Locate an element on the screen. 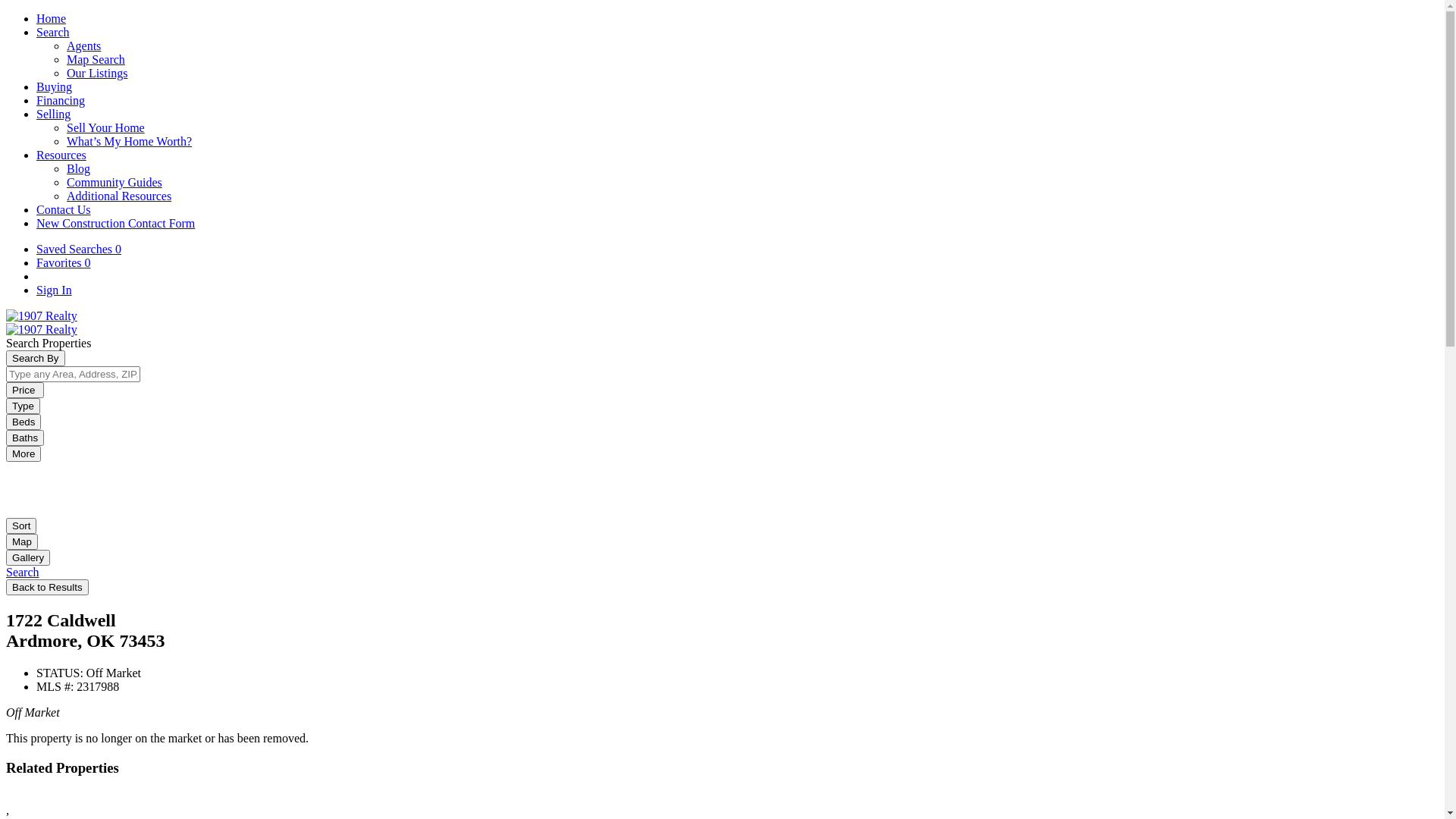  'Search By' is located at coordinates (36, 358).